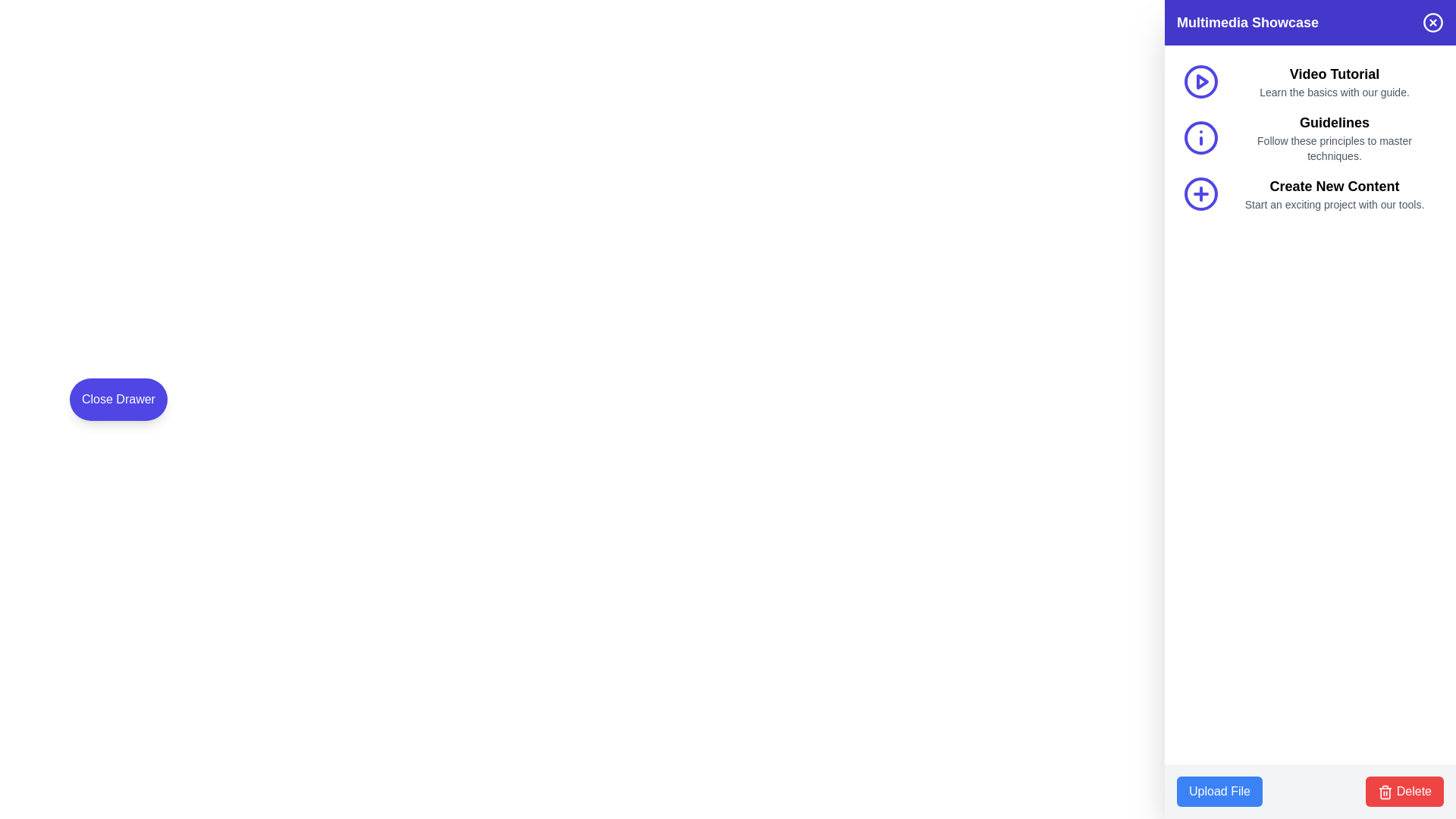 The width and height of the screenshot is (1456, 819). Describe the element at coordinates (1200, 137) in the screenshot. I see `the outer circular outline of the 'Guidelines' icon located in the right sidebar under 'Multimedia Showcase'` at that location.